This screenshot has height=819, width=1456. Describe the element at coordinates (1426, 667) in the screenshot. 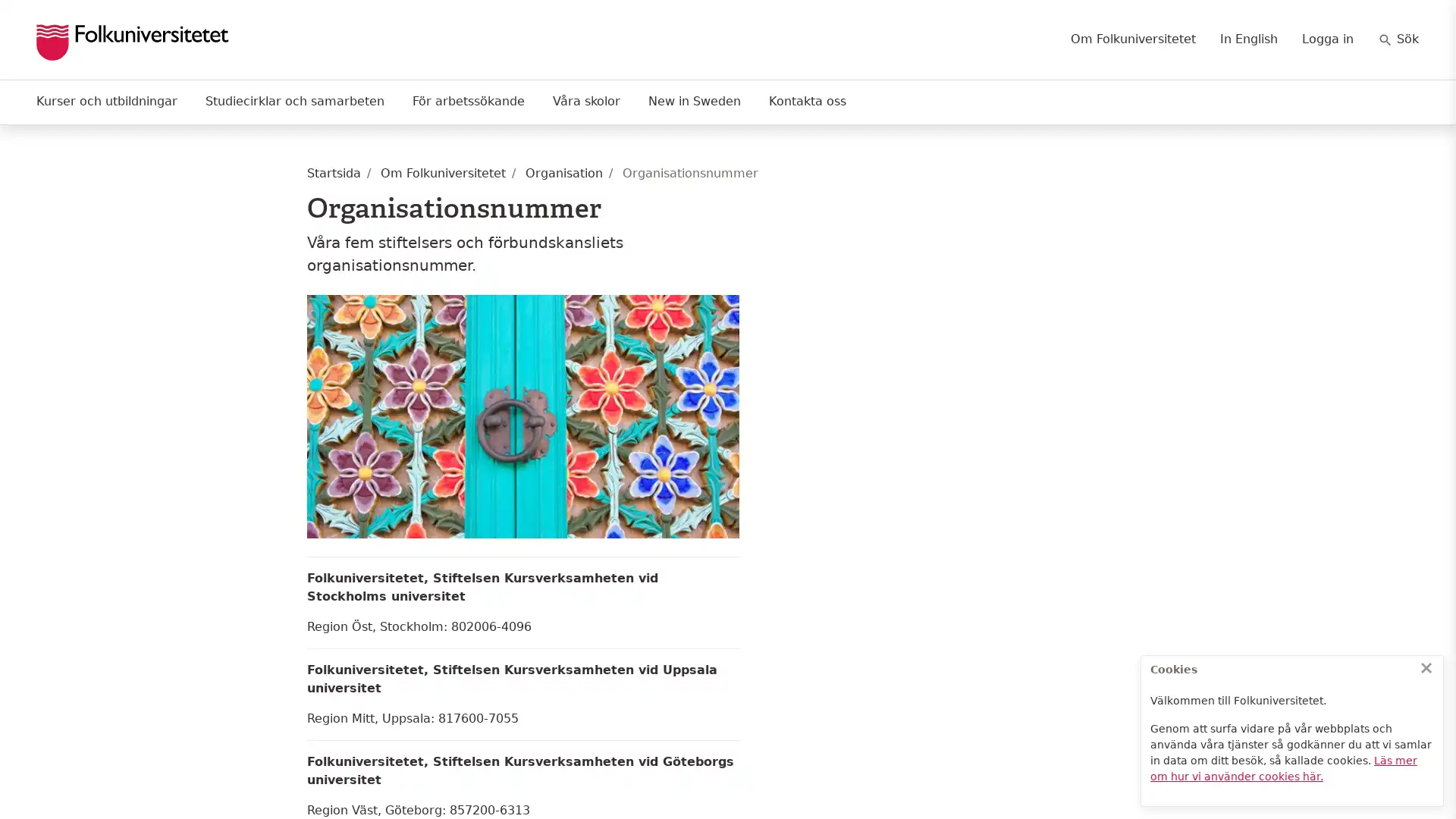

I see `Stang` at that location.